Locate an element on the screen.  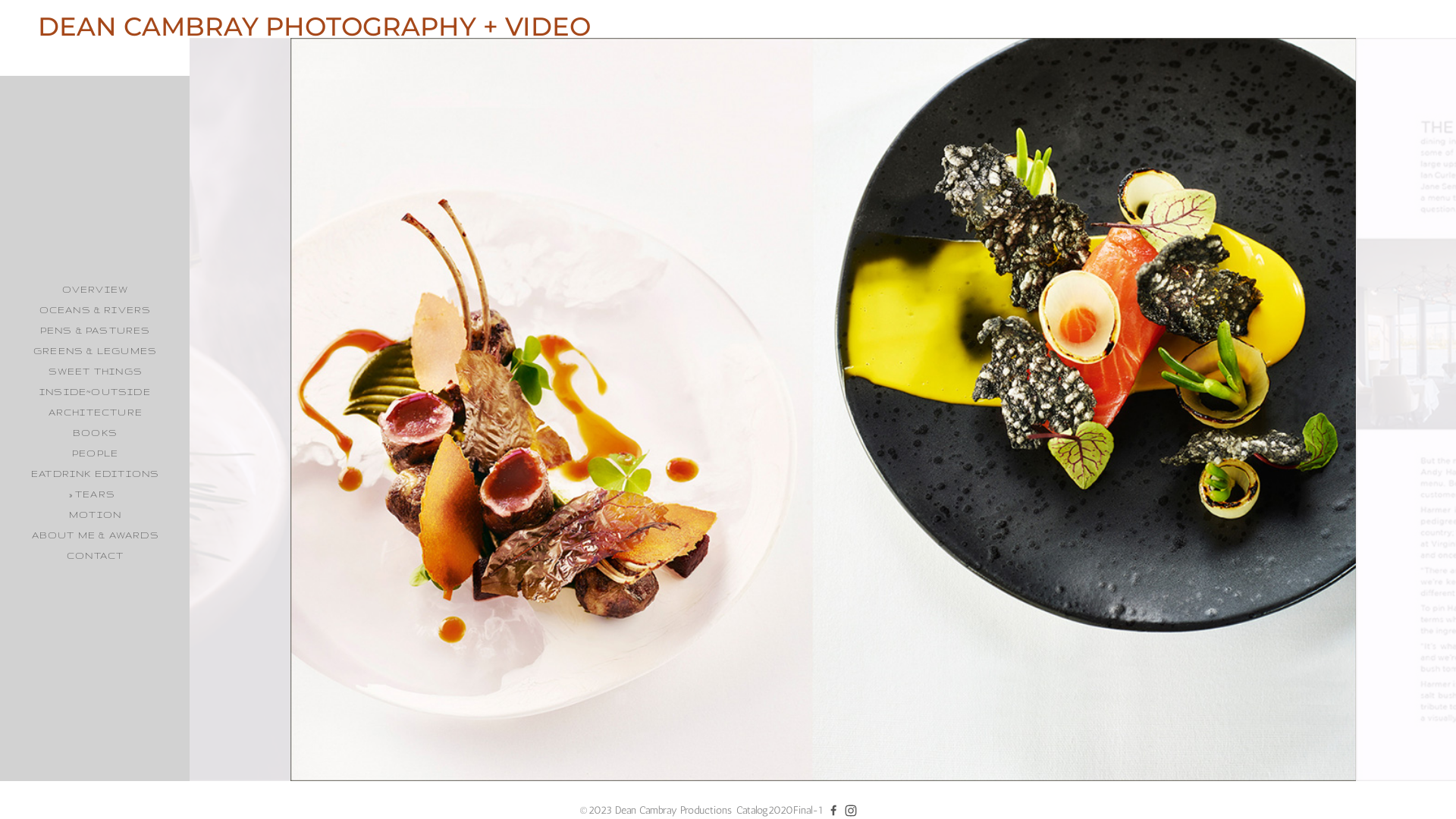
'MOTION' is located at coordinates (68, 513).